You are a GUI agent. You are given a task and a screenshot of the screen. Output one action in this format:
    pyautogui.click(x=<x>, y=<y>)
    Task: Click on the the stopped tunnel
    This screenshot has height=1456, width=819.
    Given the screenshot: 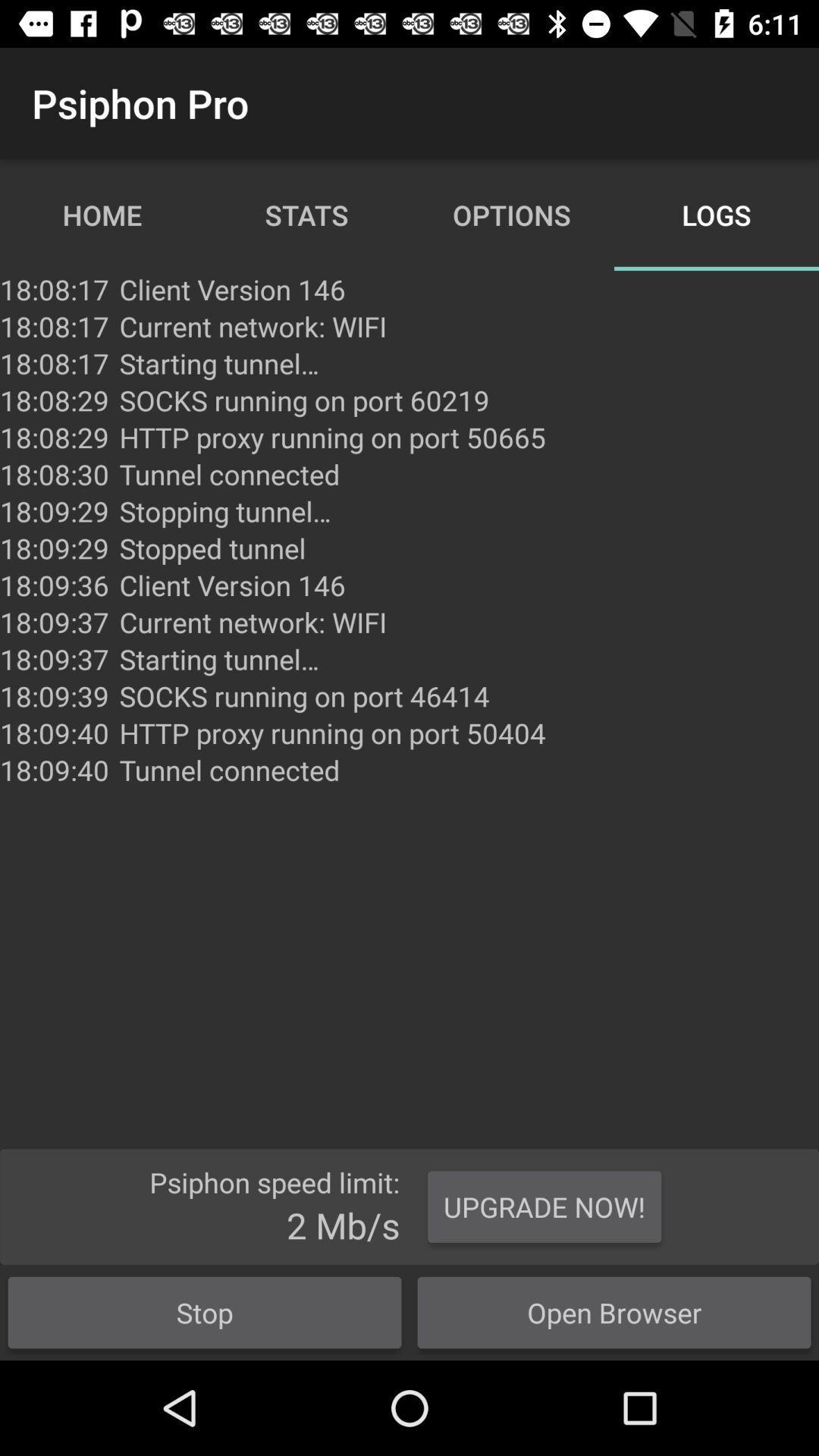 What is the action you would take?
    pyautogui.click(x=212, y=548)
    